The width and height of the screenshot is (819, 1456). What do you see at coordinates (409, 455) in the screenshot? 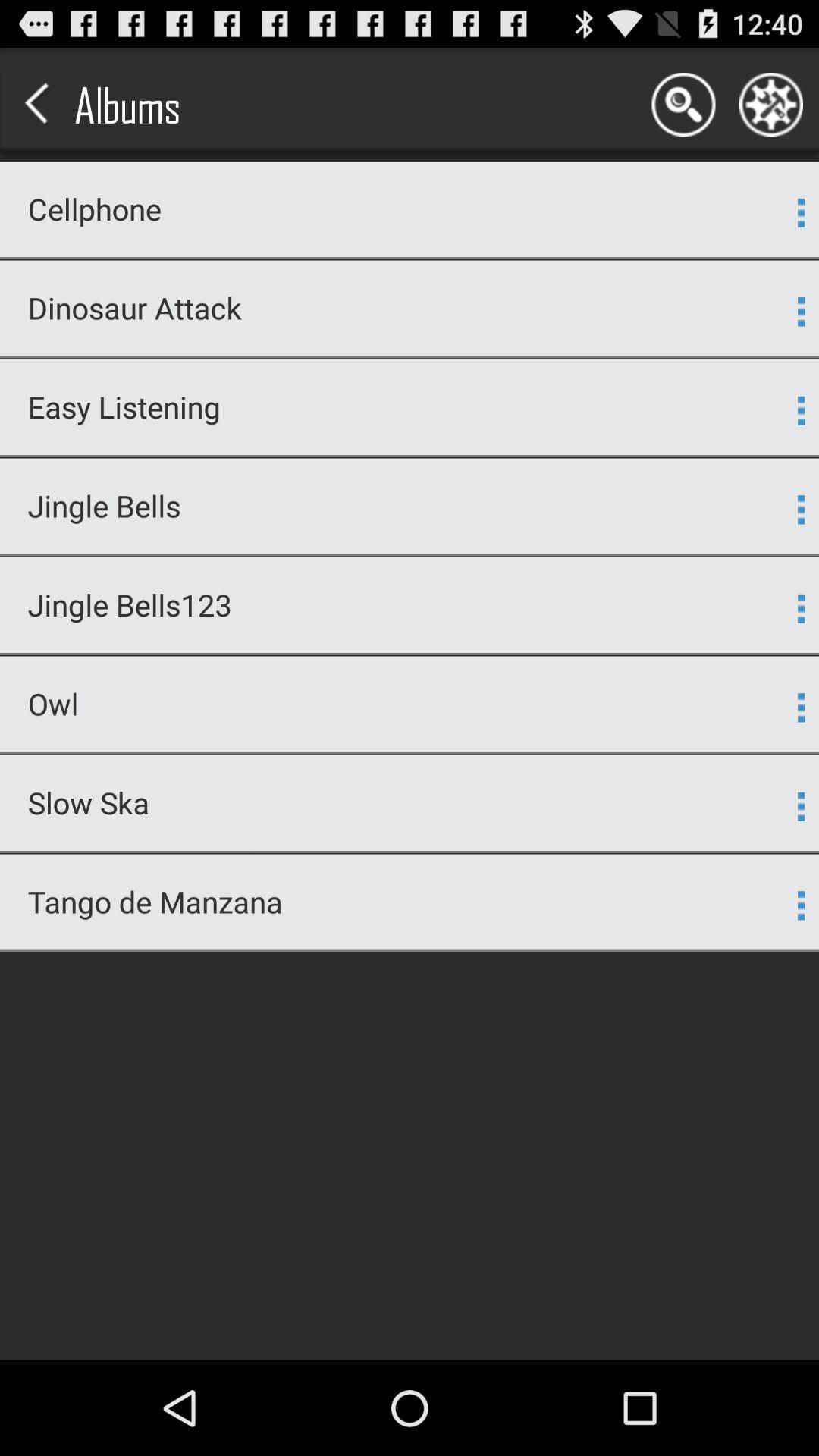
I see `the icon above jingle bells item` at bounding box center [409, 455].